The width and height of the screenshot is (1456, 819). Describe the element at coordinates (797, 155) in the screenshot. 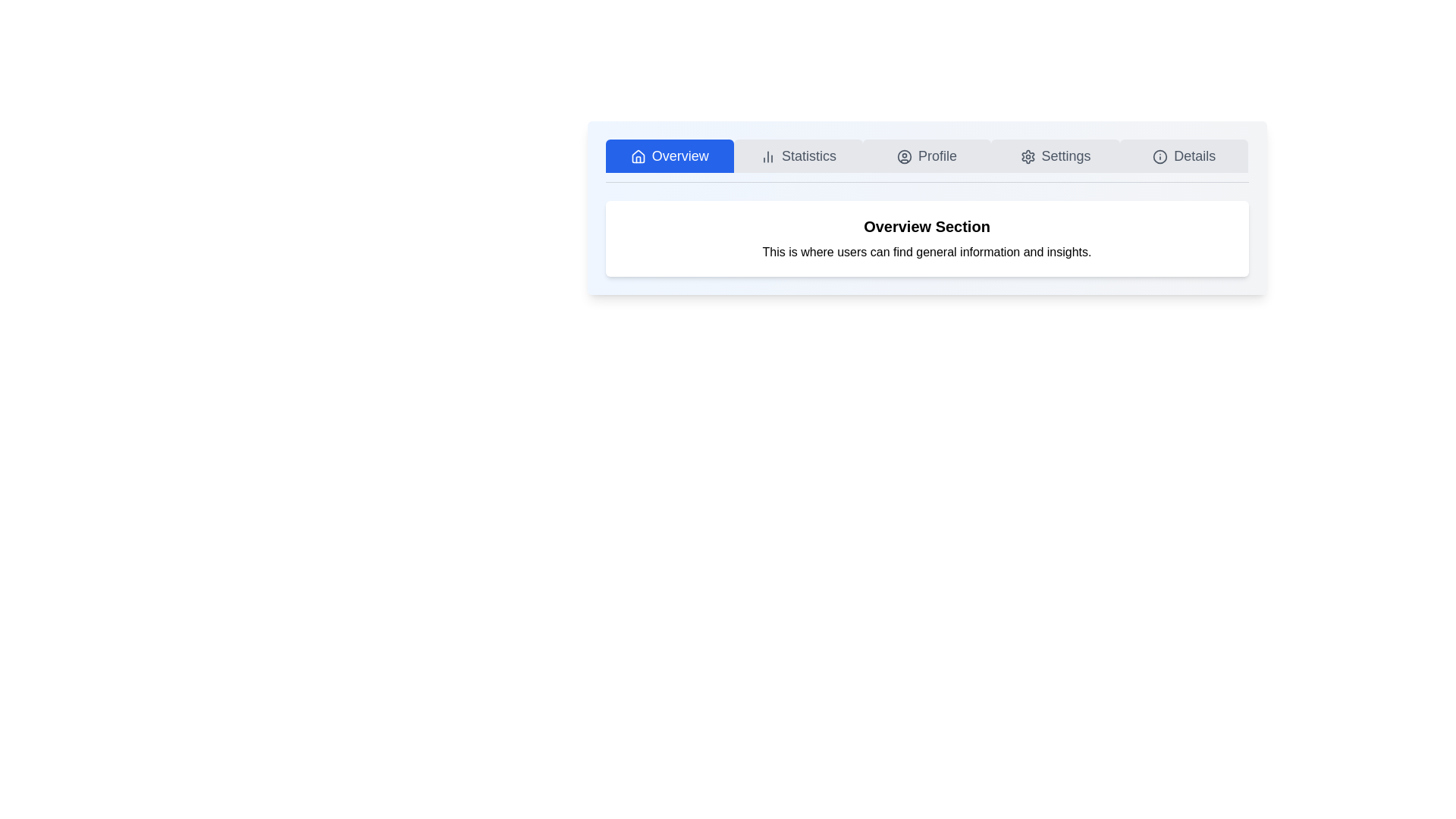

I see `the 'Statistics' tab button in the navigation bar` at that location.